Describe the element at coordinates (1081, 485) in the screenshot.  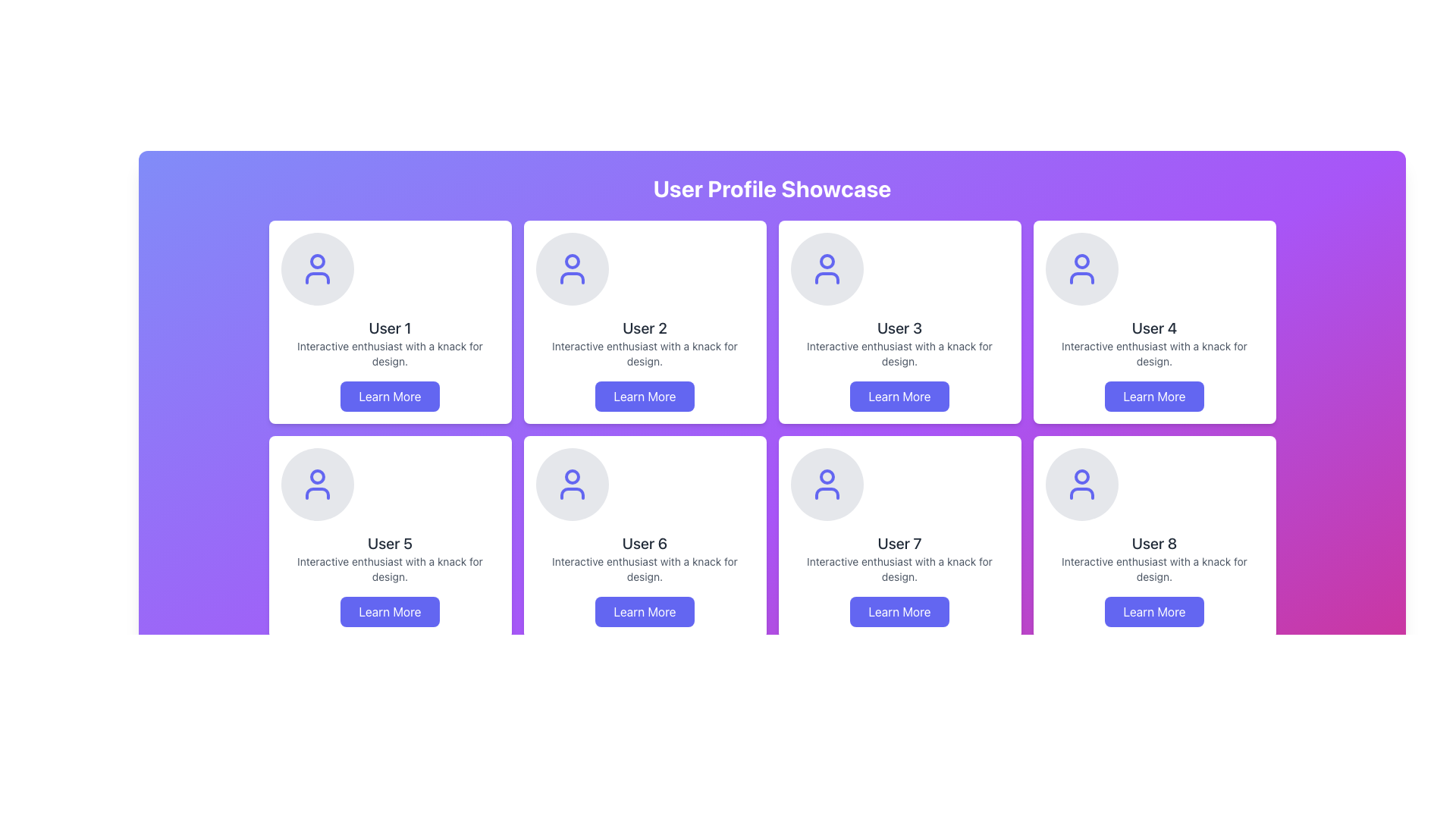
I see `the user profile SVG icon located at the top of the 'User 8' card in the bottom-right of the grid layout` at that location.